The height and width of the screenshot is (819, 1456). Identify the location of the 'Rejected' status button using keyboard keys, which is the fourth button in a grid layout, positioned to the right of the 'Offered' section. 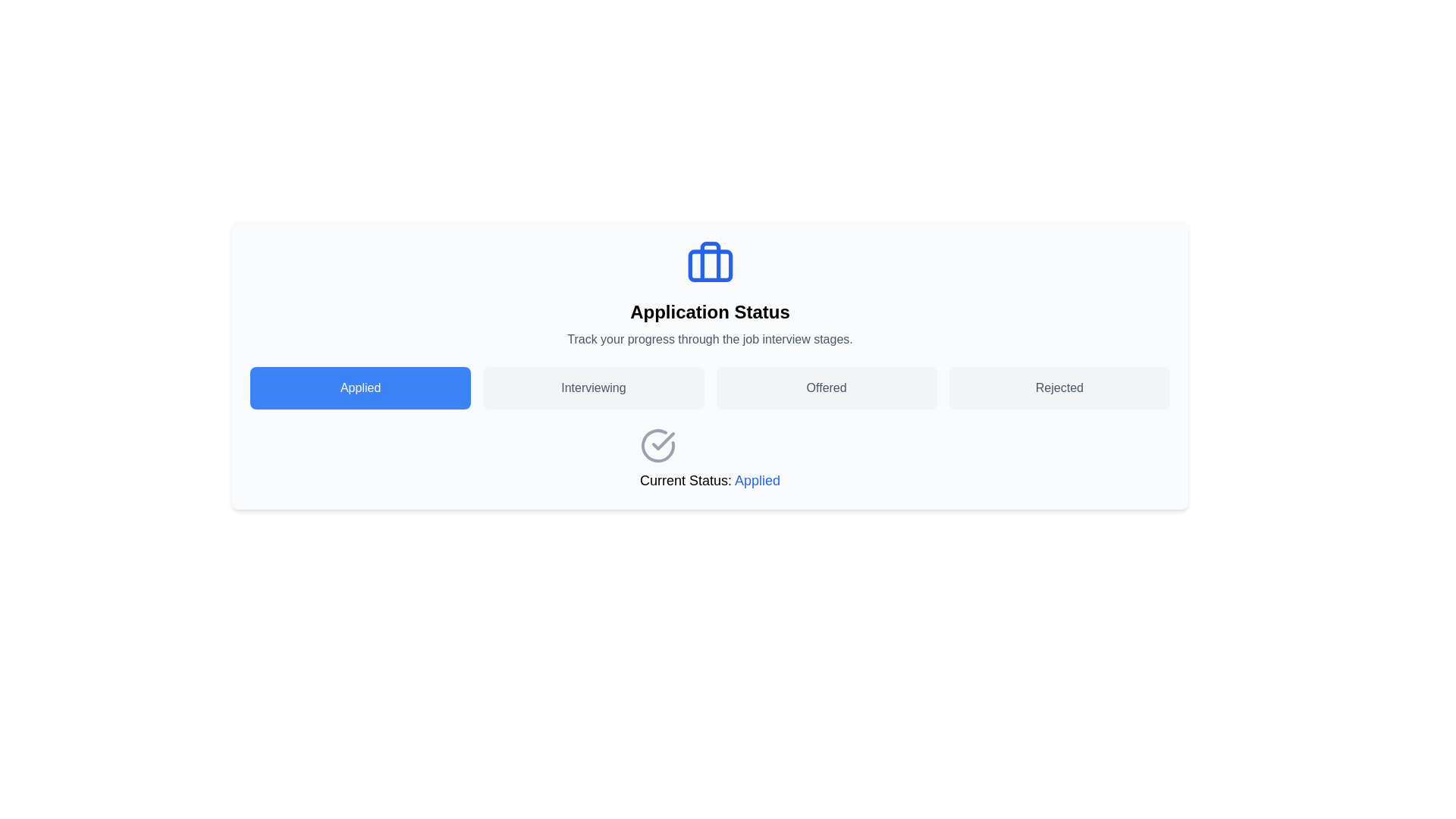
(1059, 388).